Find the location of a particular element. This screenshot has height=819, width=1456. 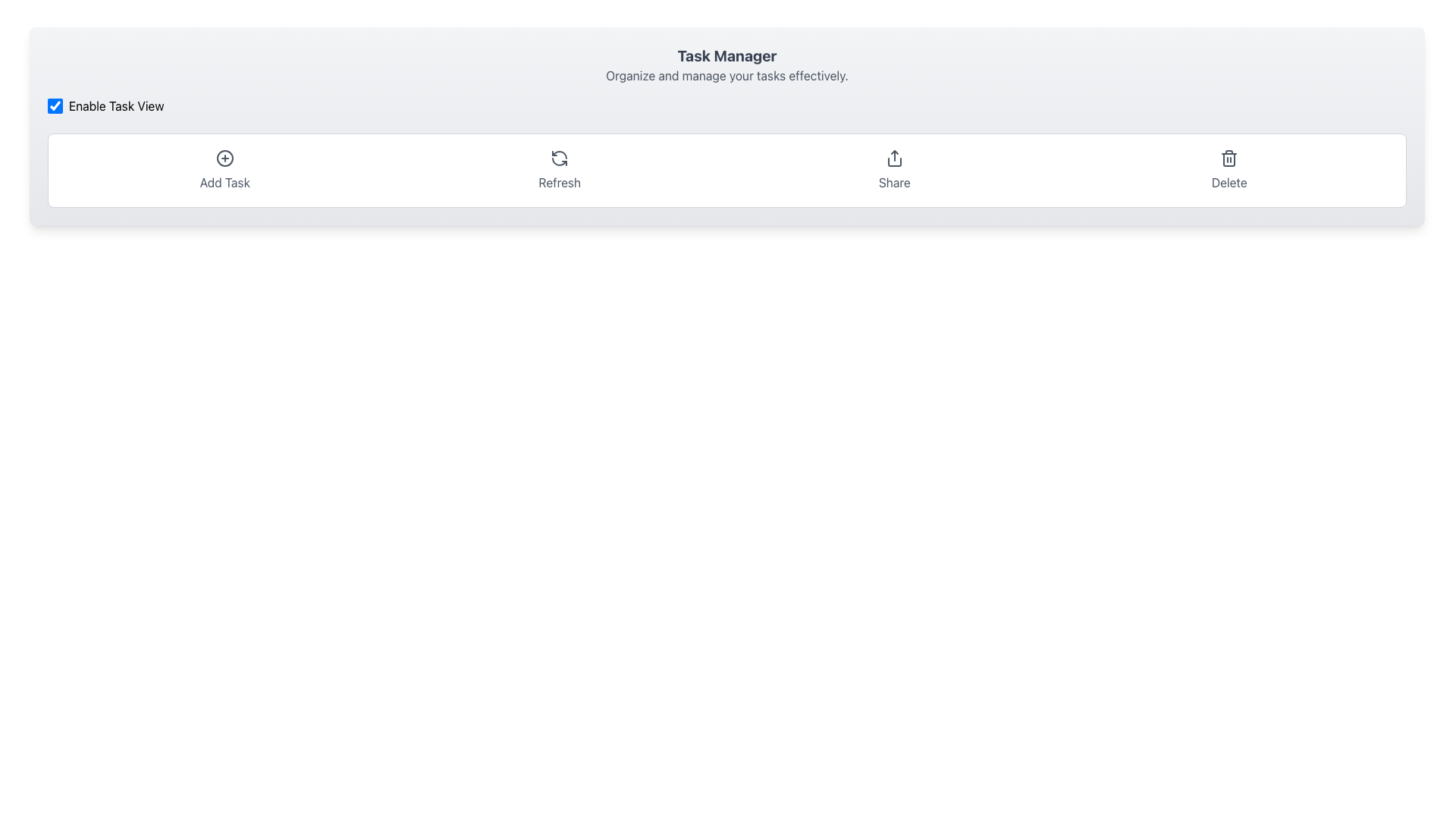

the checkbox with a blue background and white checkmark is located at coordinates (55, 105).